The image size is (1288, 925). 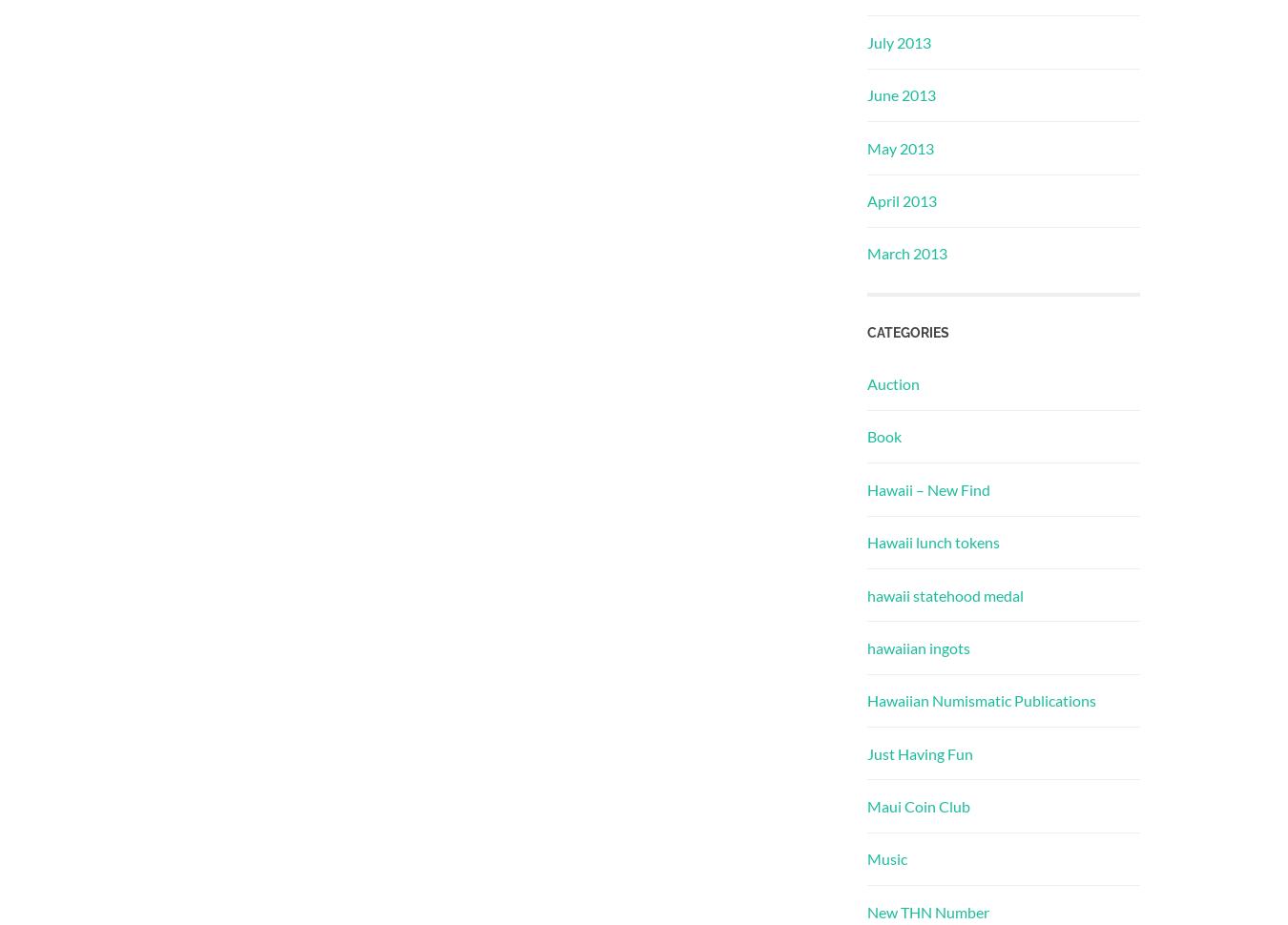 What do you see at coordinates (865, 200) in the screenshot?
I see `'April 2013'` at bounding box center [865, 200].